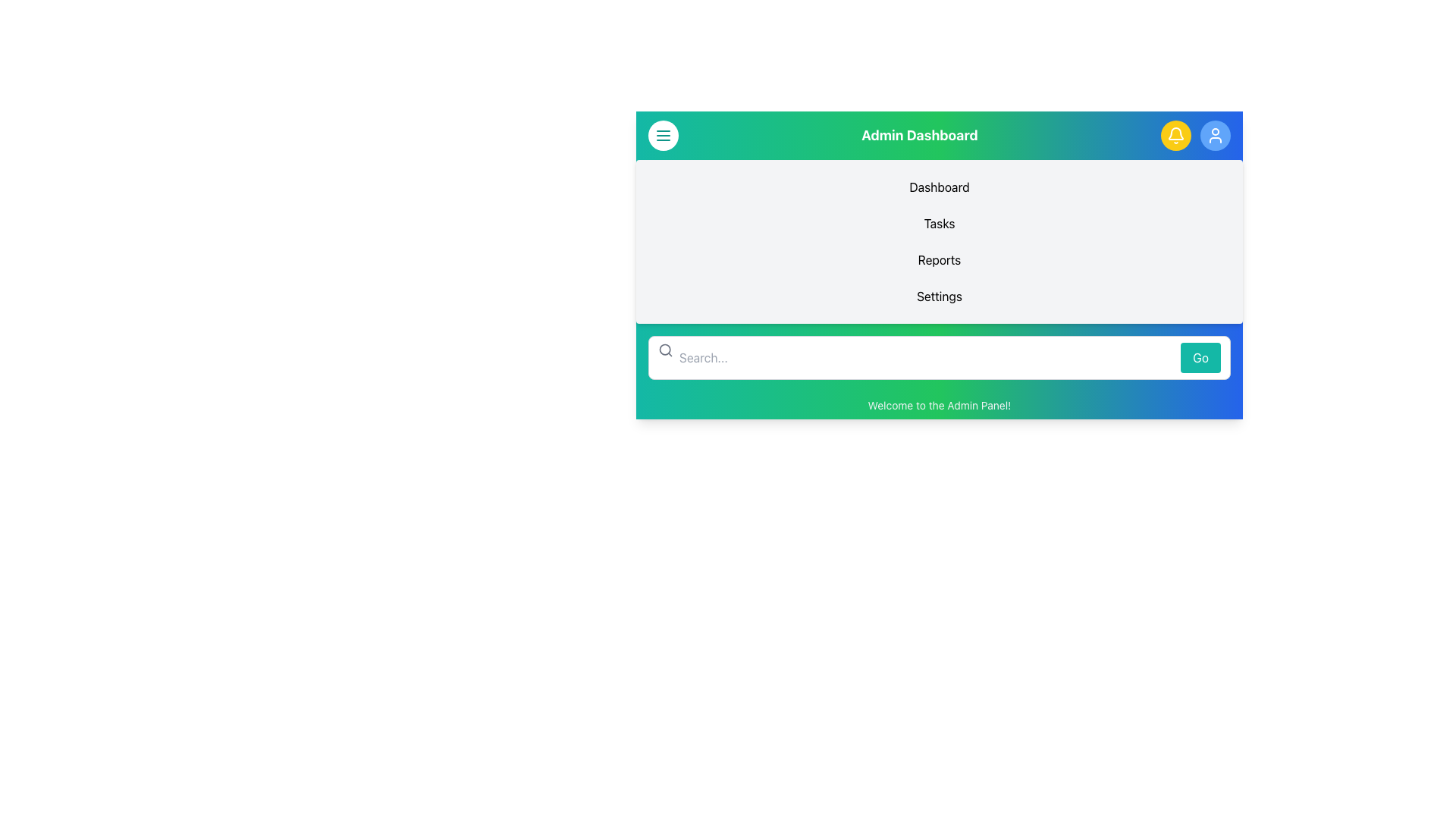 The height and width of the screenshot is (819, 1456). Describe the element at coordinates (938, 357) in the screenshot. I see `the search bar located below the items 'Dashboard', 'Tasks', 'Reports', and 'Settings', and above the footer section` at that location.